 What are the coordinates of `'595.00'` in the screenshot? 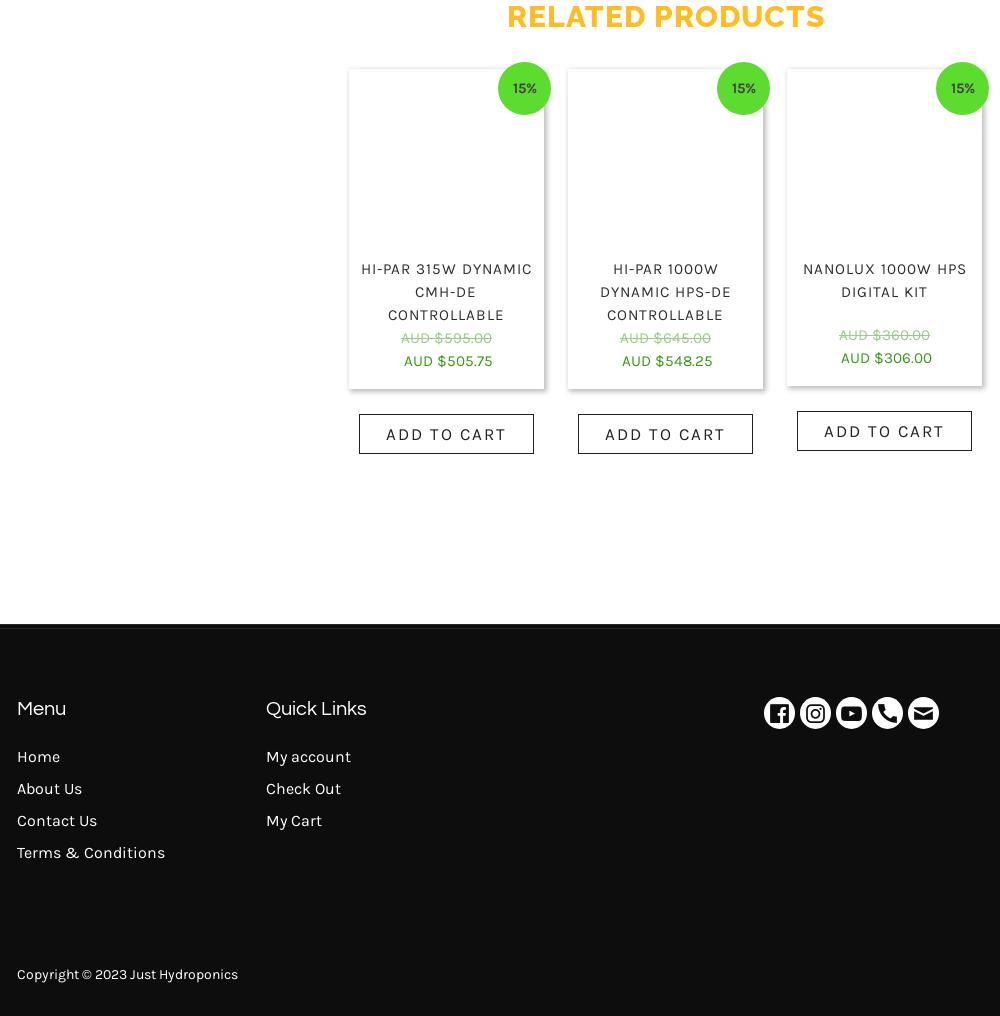 It's located at (466, 337).